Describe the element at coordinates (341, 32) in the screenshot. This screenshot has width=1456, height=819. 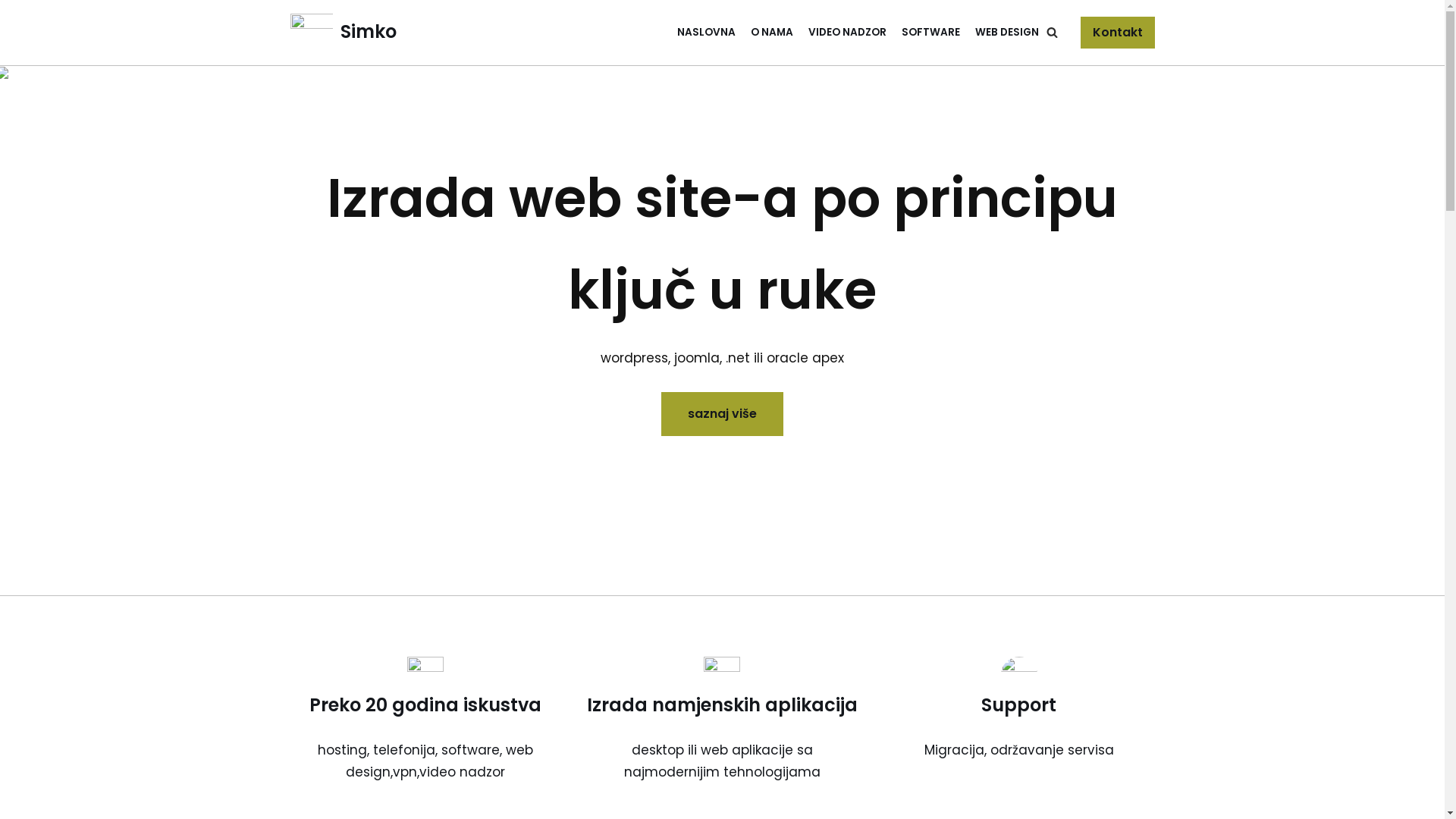
I see `'Simko'` at that location.